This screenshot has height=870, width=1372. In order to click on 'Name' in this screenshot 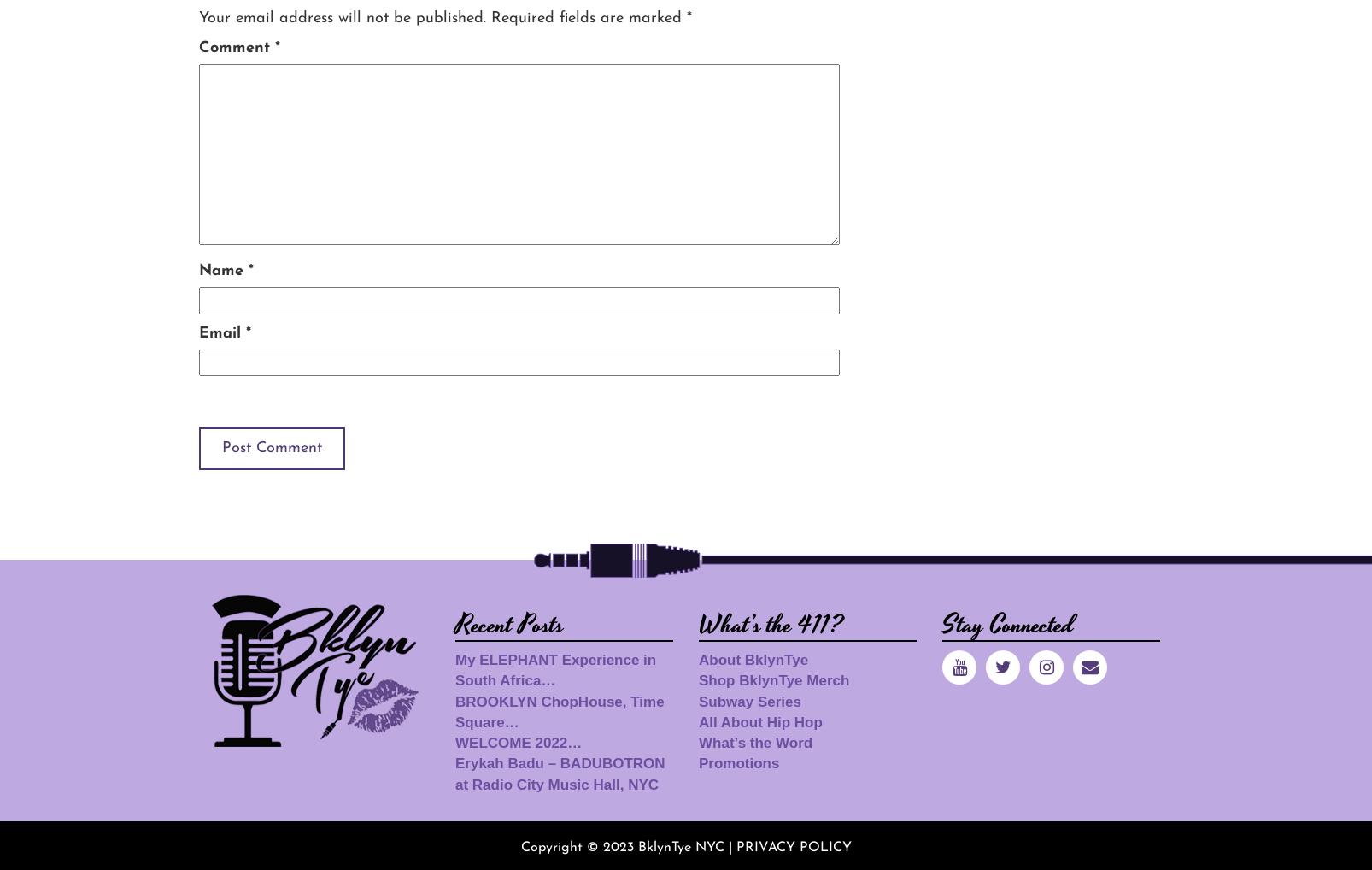, I will do `click(198, 270)`.